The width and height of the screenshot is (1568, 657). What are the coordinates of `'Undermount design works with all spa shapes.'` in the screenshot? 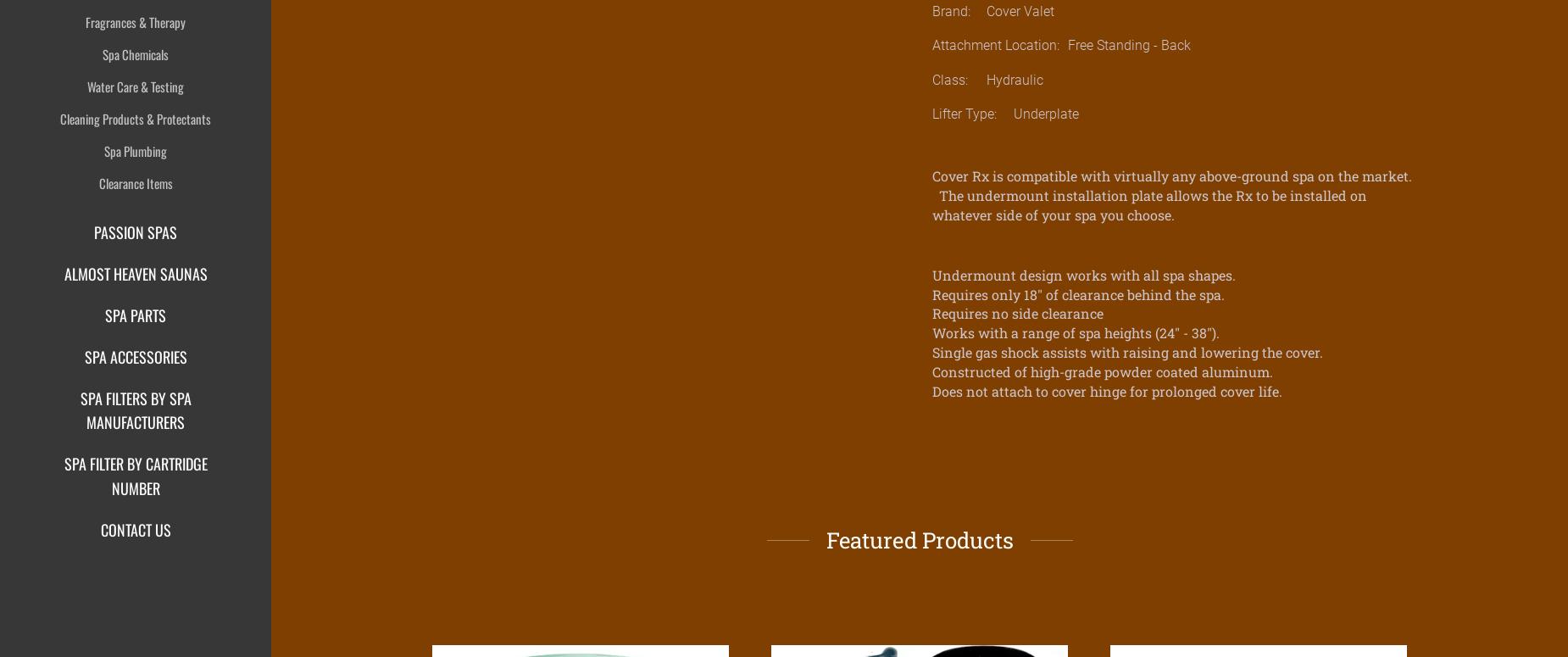 It's located at (1083, 273).